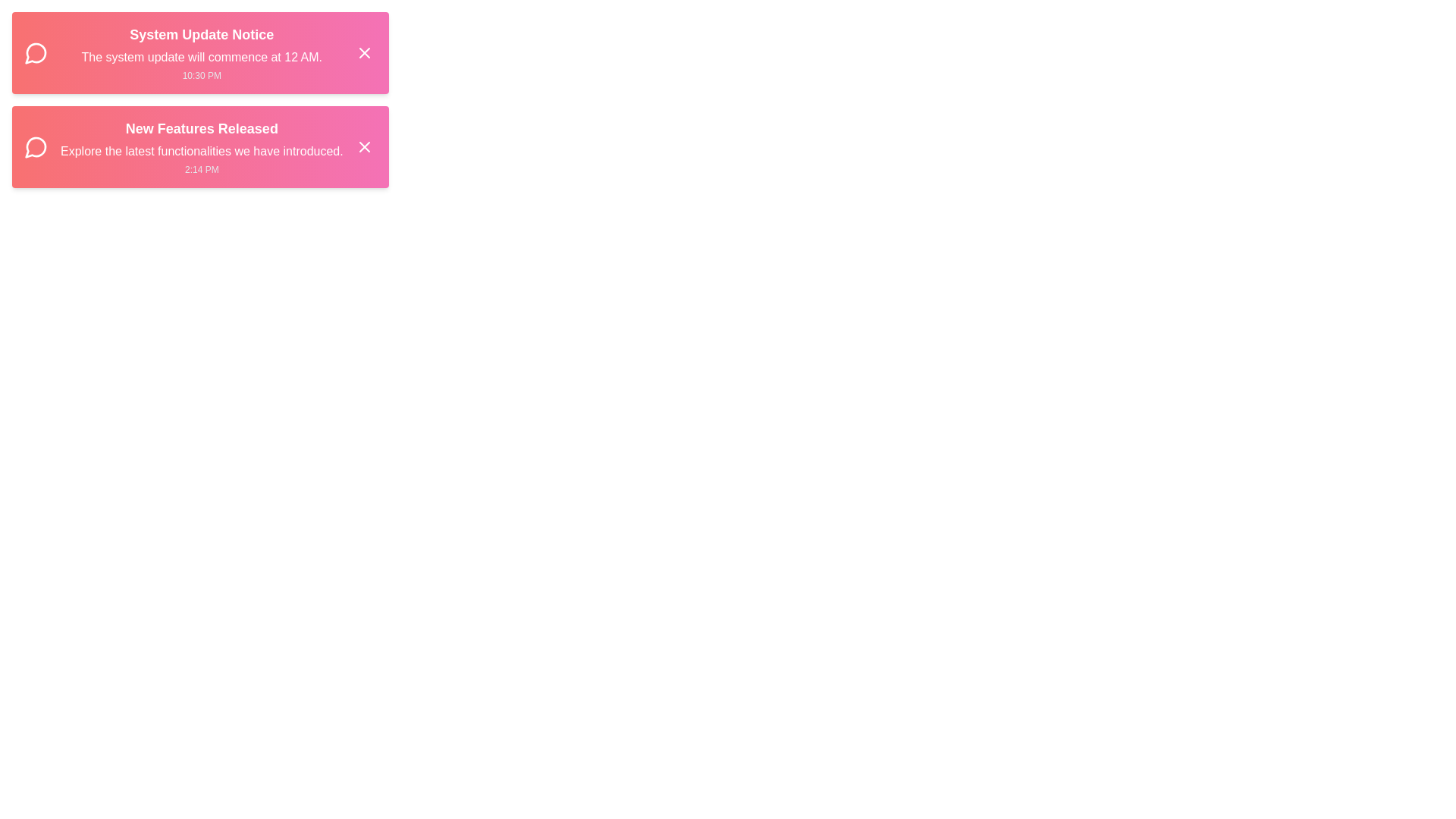 This screenshot has height=819, width=1456. I want to click on the timestamp of the alert with the title New Features Released, so click(200, 169).